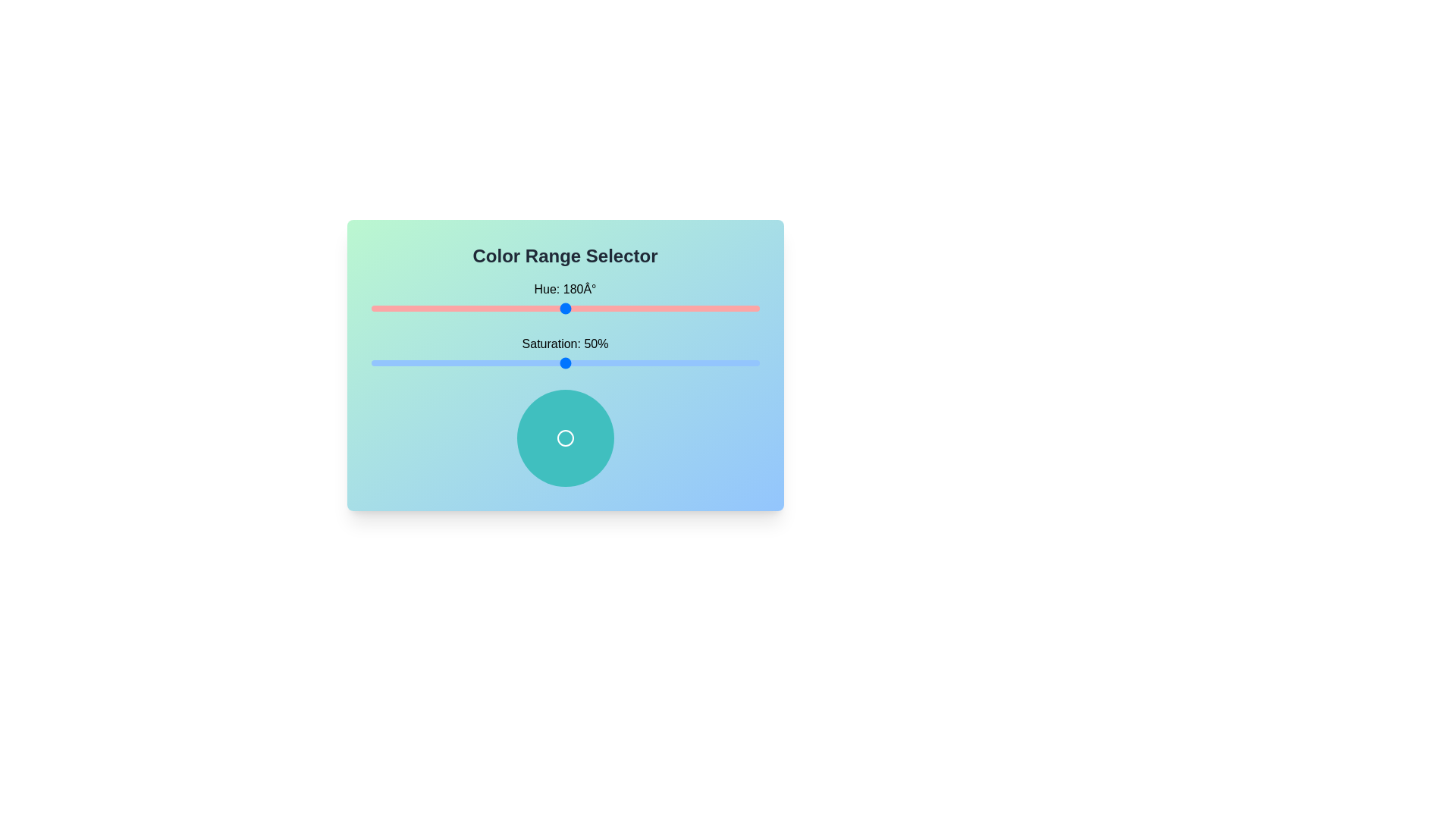  Describe the element at coordinates (428, 362) in the screenshot. I see `the saturation slider to set the saturation to 15%` at that location.